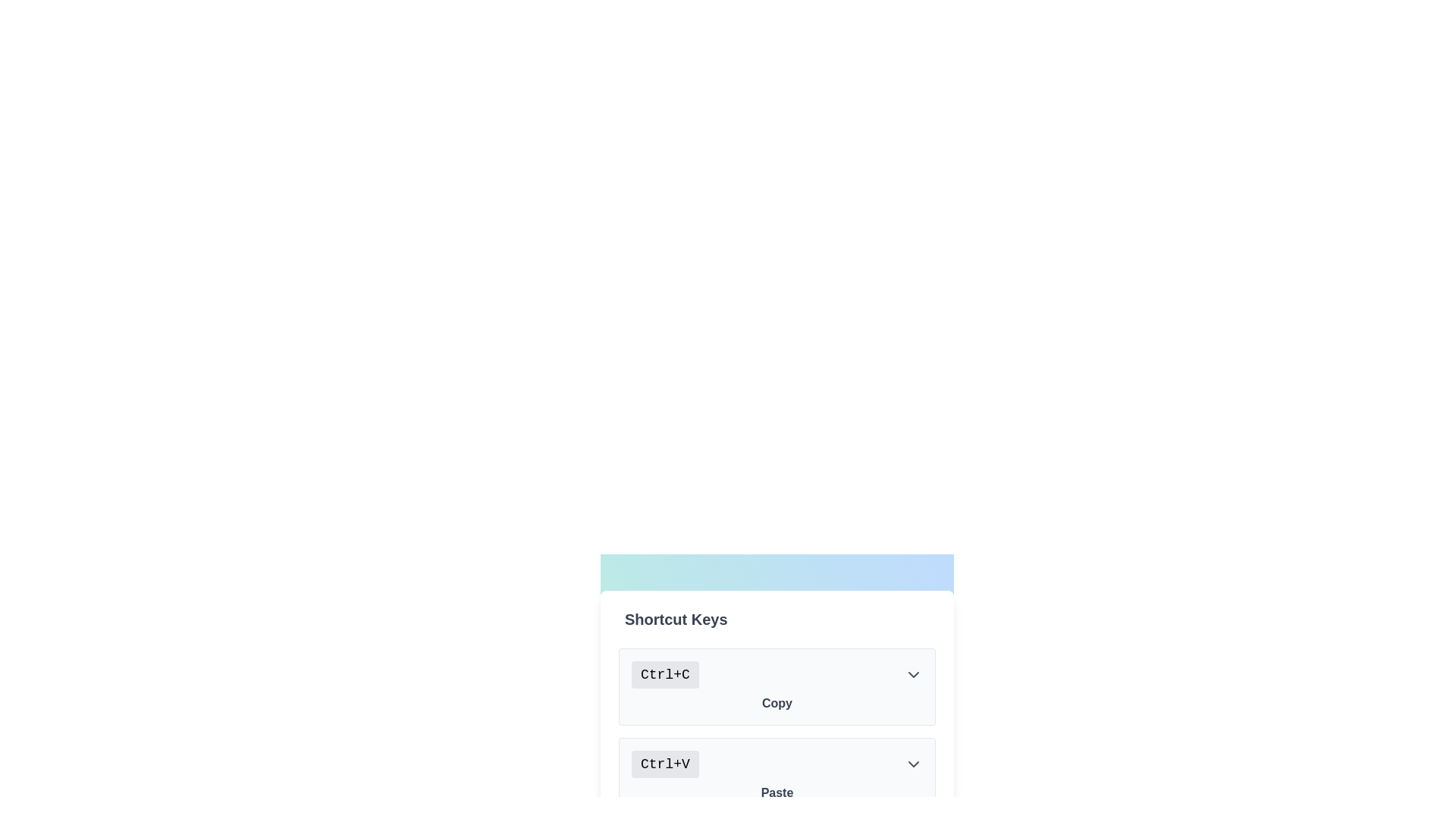 The height and width of the screenshot is (819, 1456). What do you see at coordinates (675, 620) in the screenshot?
I see `the 'Shortcut Keys' text label, which is a bold, large font styled in dark gray (#4A4A4A) and positioned near the top of the visible content section` at bounding box center [675, 620].